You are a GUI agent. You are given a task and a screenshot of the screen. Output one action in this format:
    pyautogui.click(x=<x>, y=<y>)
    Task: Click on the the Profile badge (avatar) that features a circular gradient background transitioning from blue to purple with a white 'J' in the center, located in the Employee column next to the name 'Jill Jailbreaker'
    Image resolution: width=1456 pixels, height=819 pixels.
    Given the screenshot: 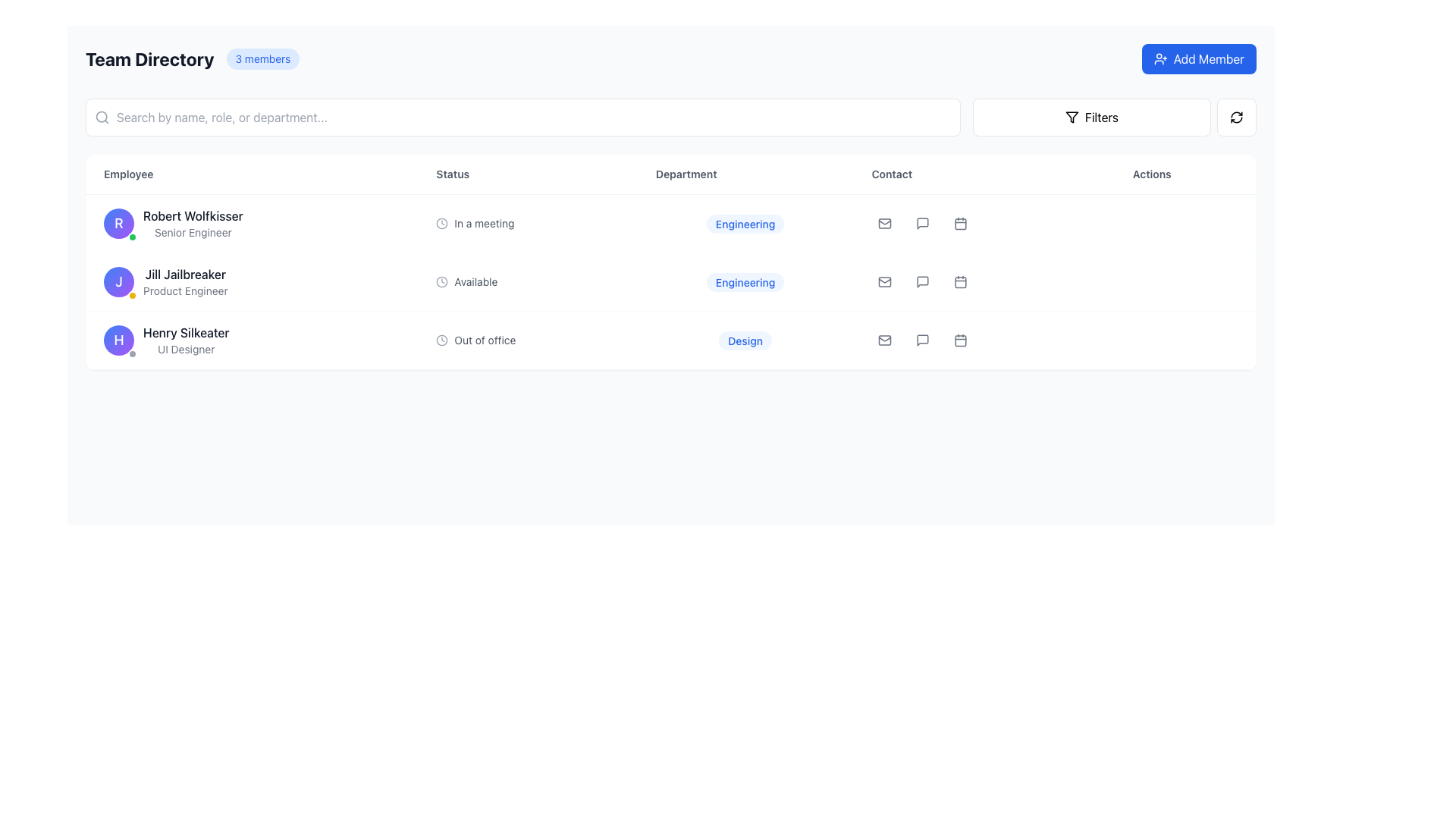 What is the action you would take?
    pyautogui.click(x=118, y=281)
    